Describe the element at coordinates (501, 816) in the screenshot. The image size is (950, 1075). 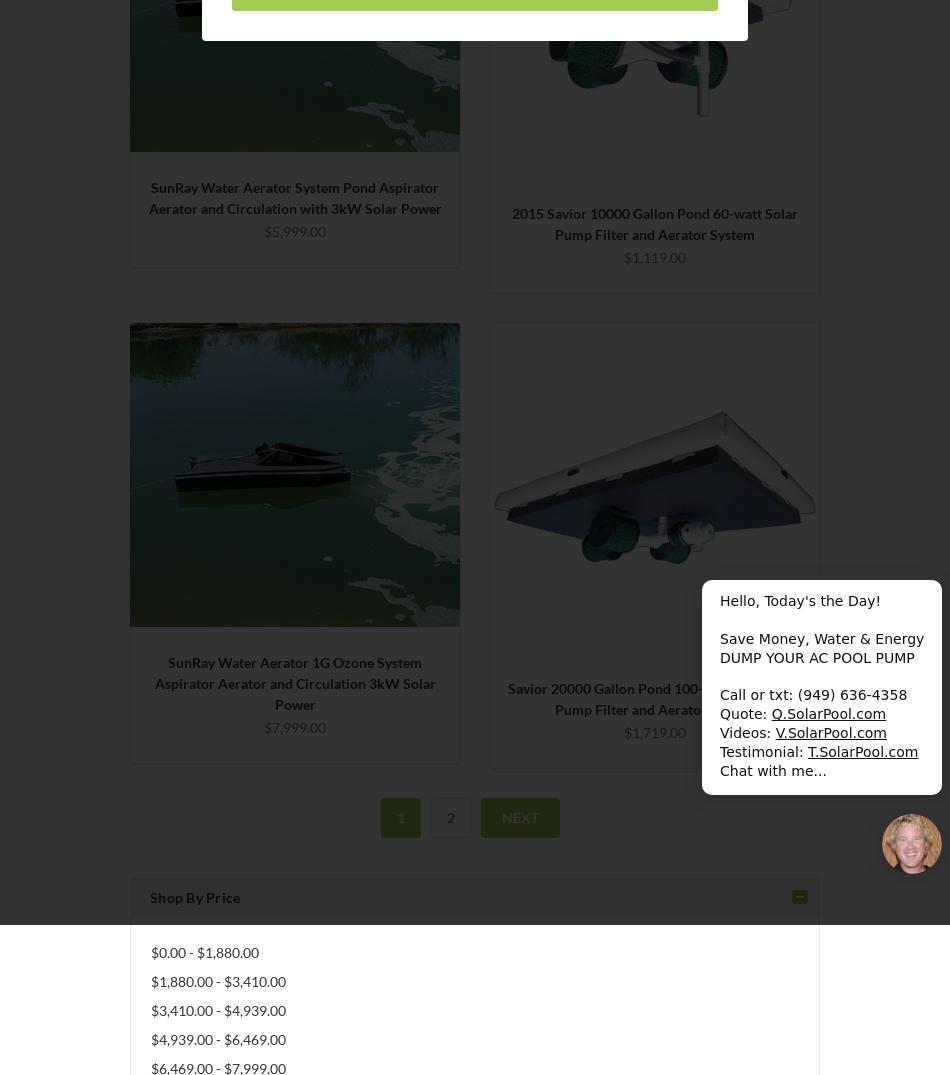
I see `'Next'` at that location.